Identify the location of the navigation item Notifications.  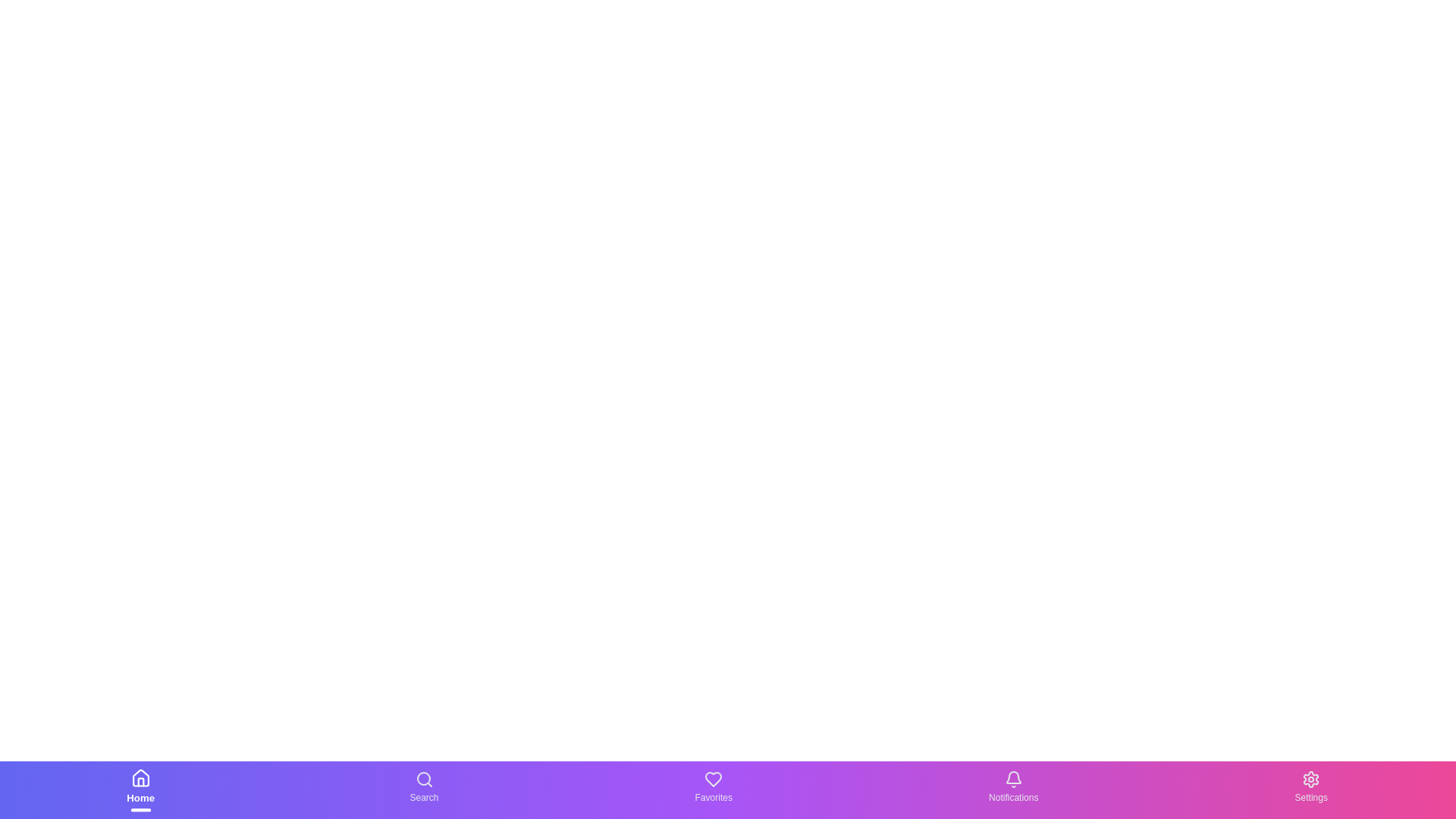
(1012, 789).